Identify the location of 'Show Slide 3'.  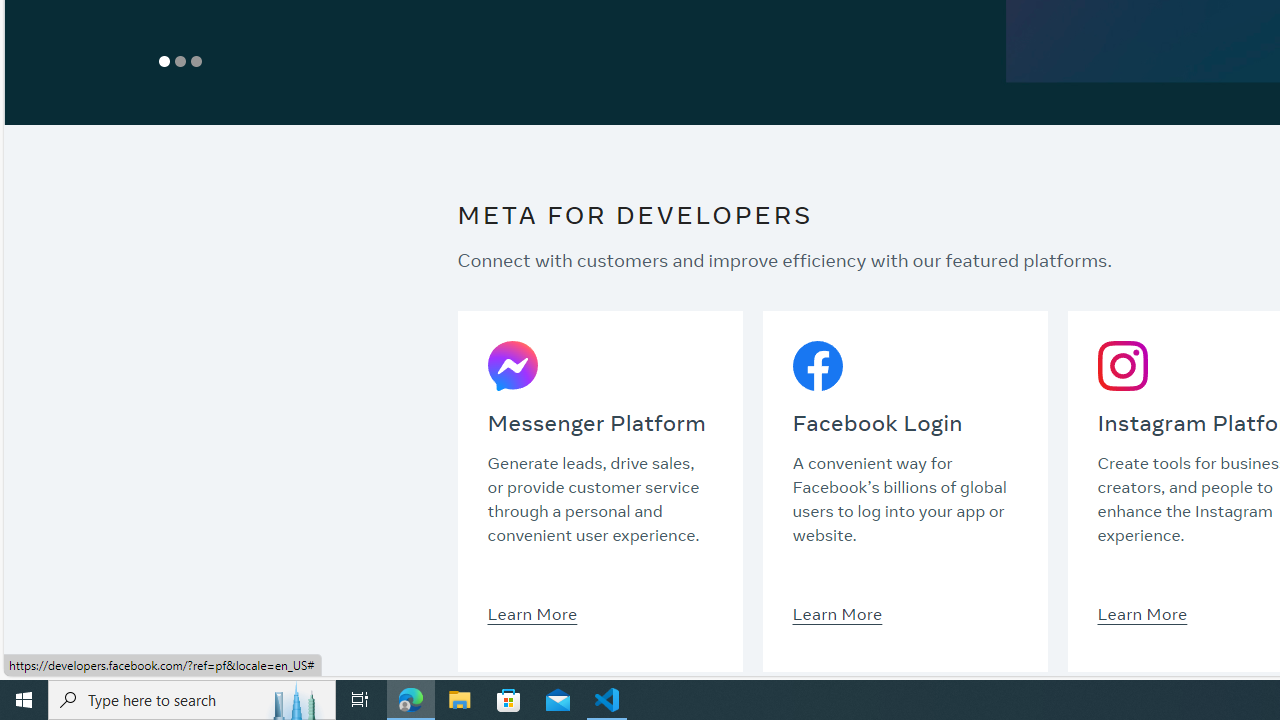
(197, 60).